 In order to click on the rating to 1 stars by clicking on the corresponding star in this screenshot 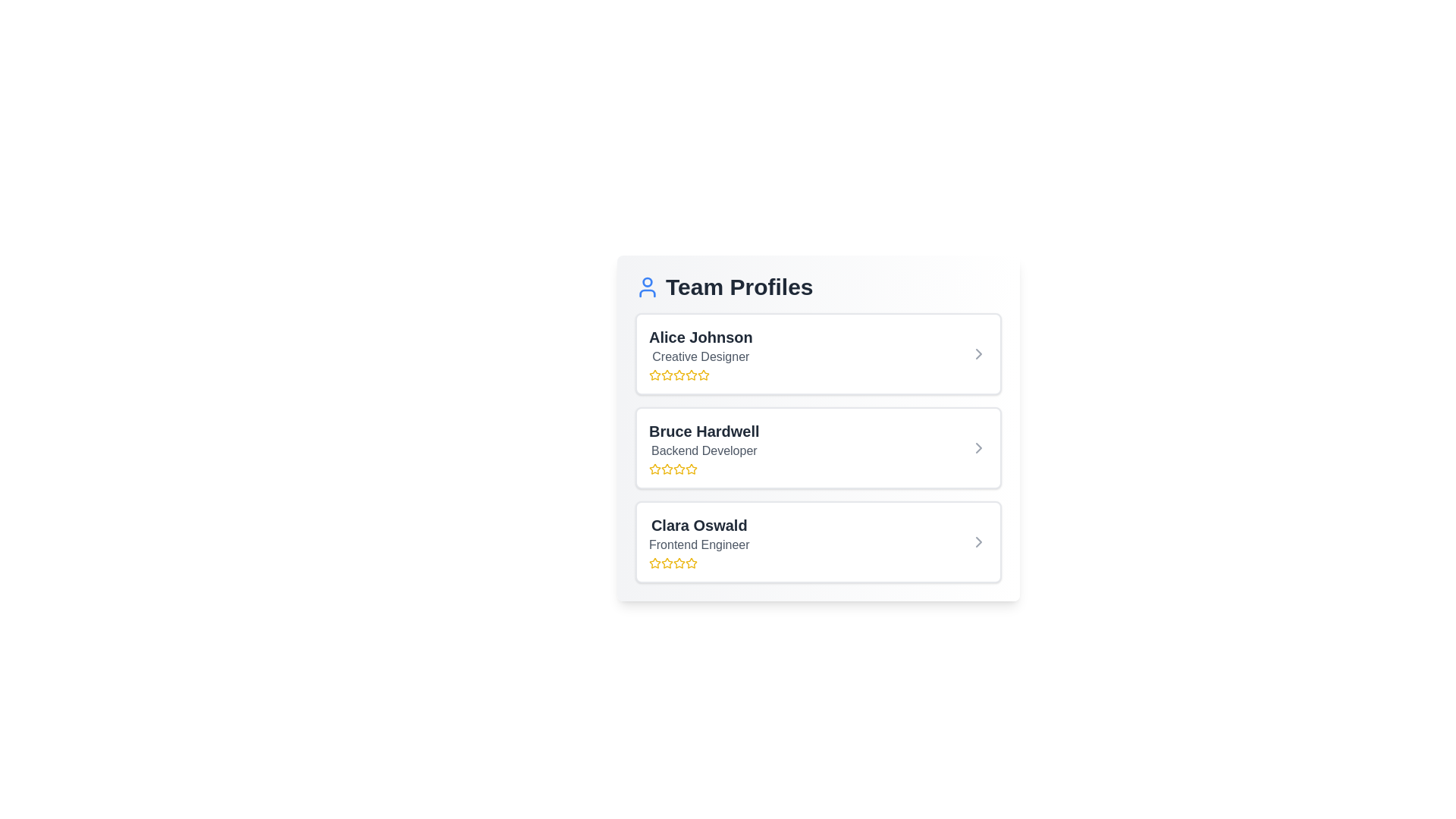, I will do `click(655, 375)`.